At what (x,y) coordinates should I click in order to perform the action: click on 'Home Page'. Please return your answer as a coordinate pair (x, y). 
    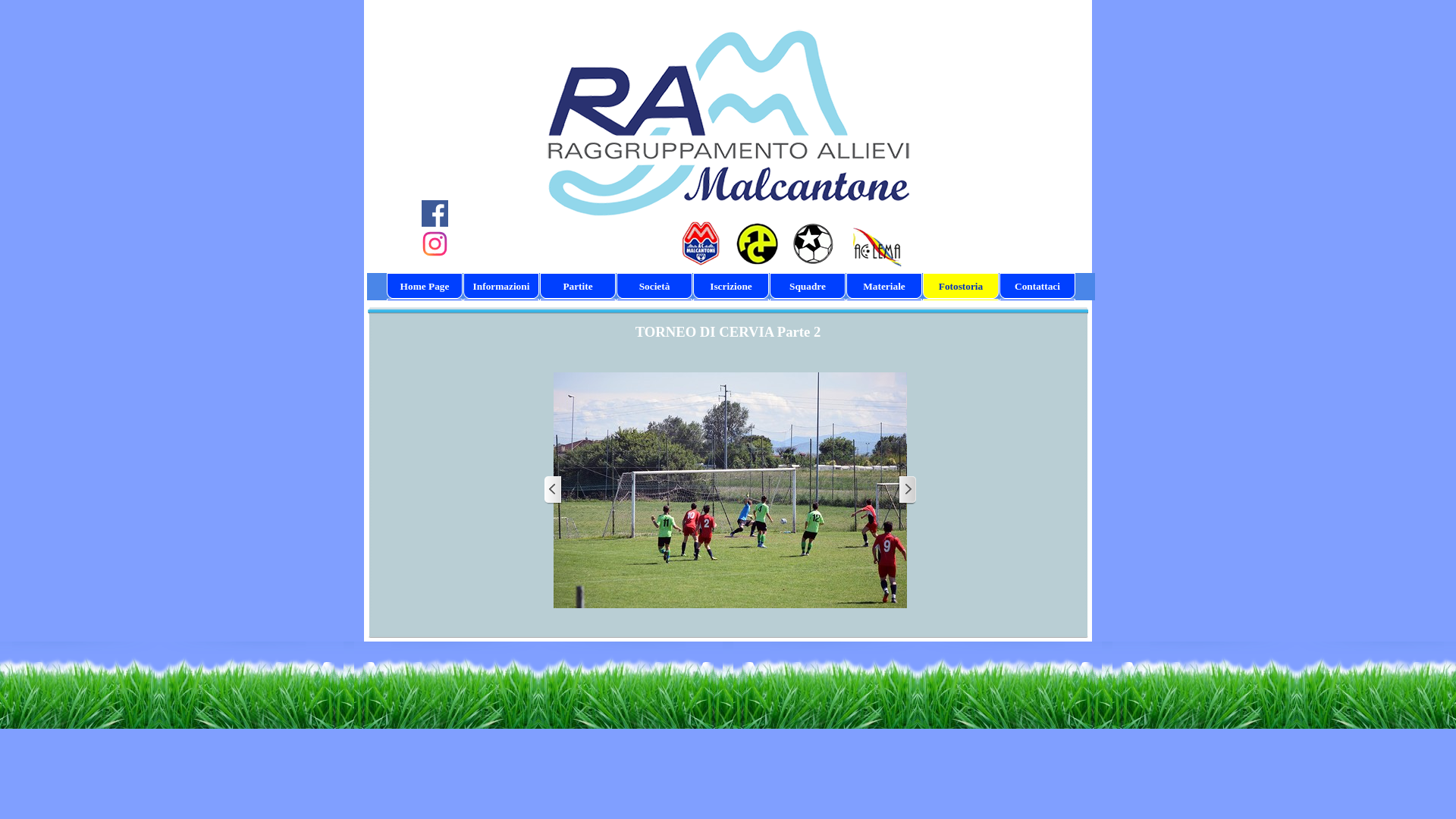
    Looking at the image, I should click on (425, 287).